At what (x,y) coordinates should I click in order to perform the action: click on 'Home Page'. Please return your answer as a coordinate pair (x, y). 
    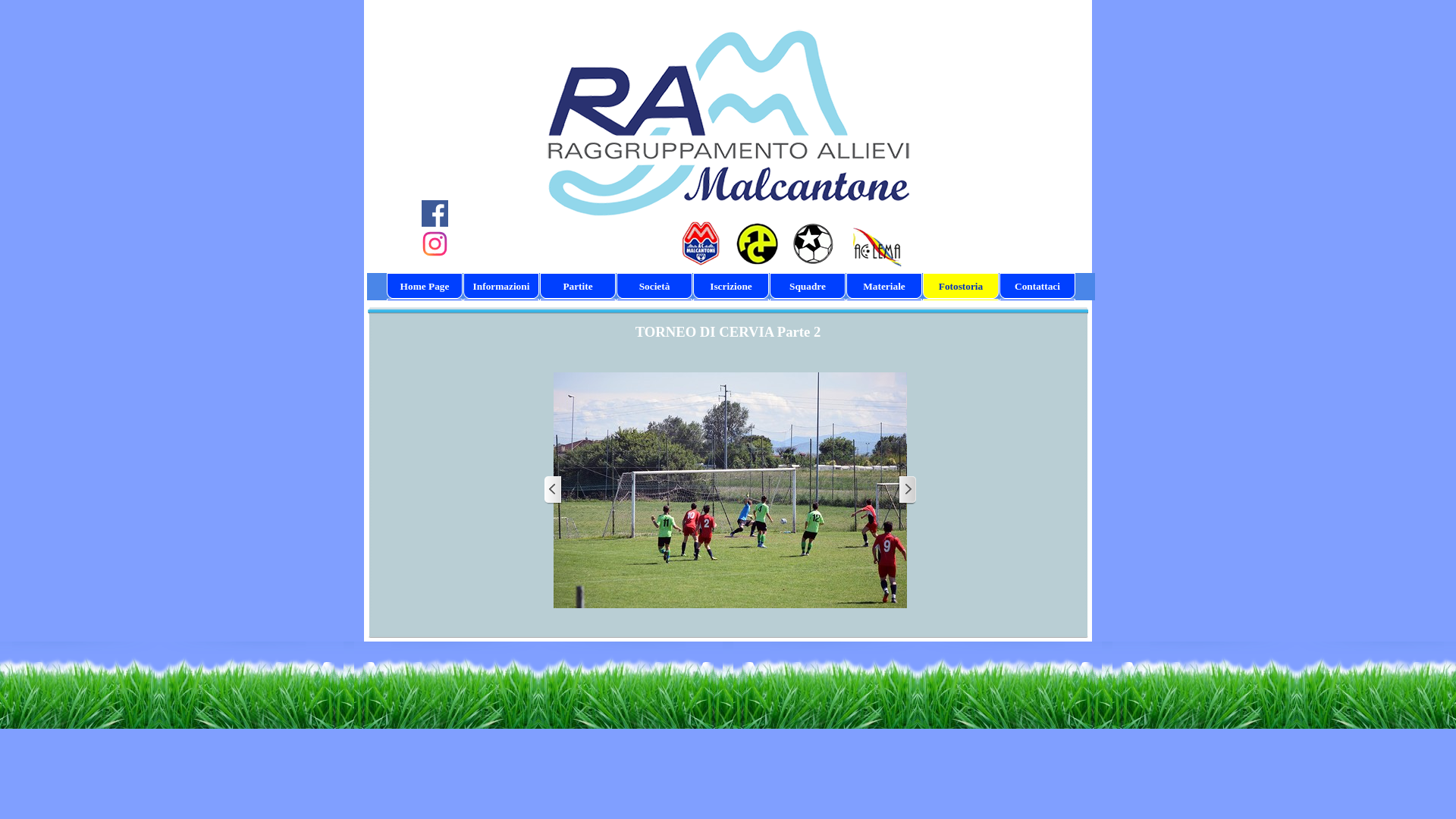
    Looking at the image, I should click on (425, 287).